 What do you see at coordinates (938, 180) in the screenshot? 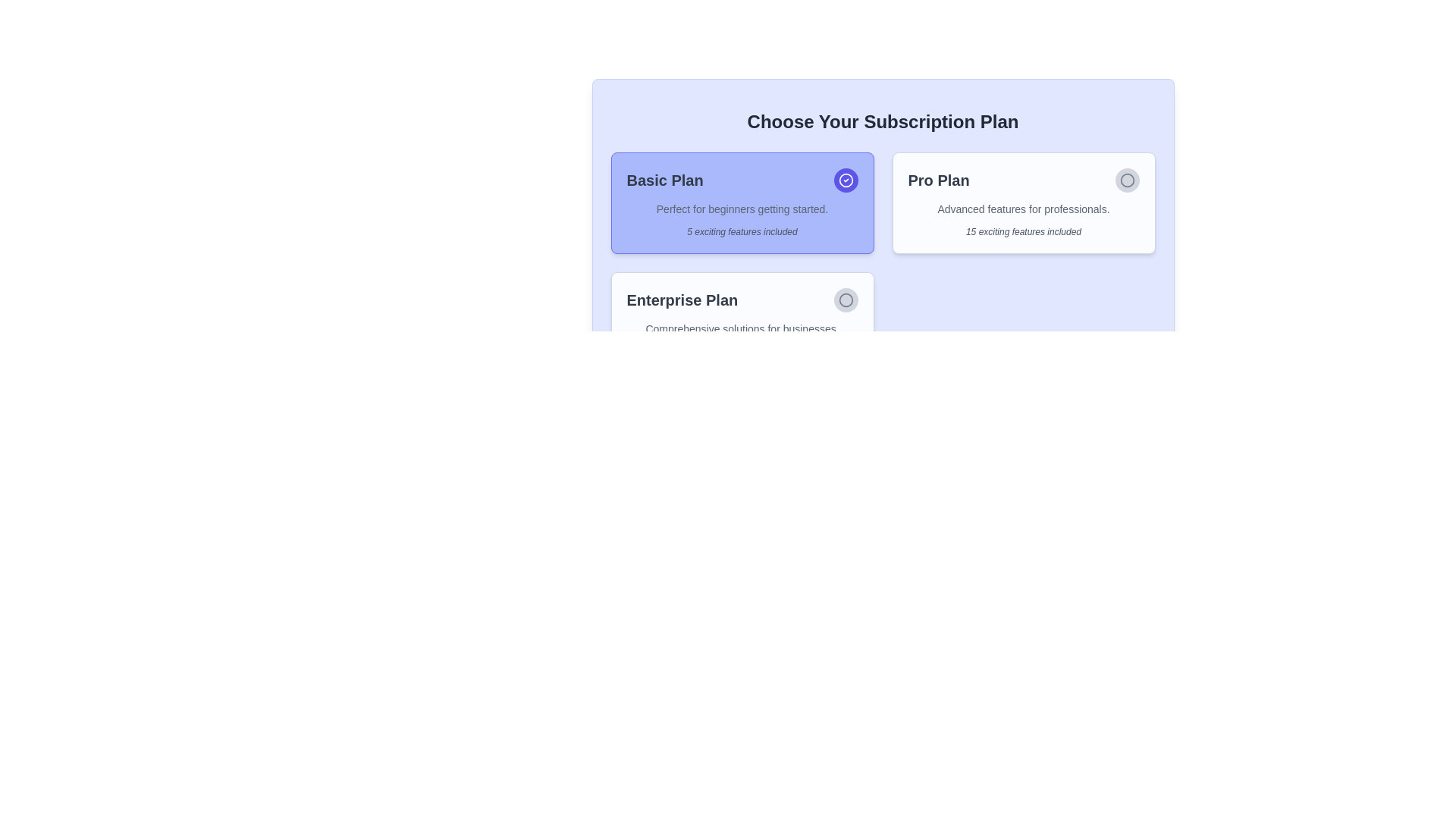
I see `text content of the 'Pro Plan' label, which is located in the upper-right card among three subscription options in a grid layout` at bounding box center [938, 180].